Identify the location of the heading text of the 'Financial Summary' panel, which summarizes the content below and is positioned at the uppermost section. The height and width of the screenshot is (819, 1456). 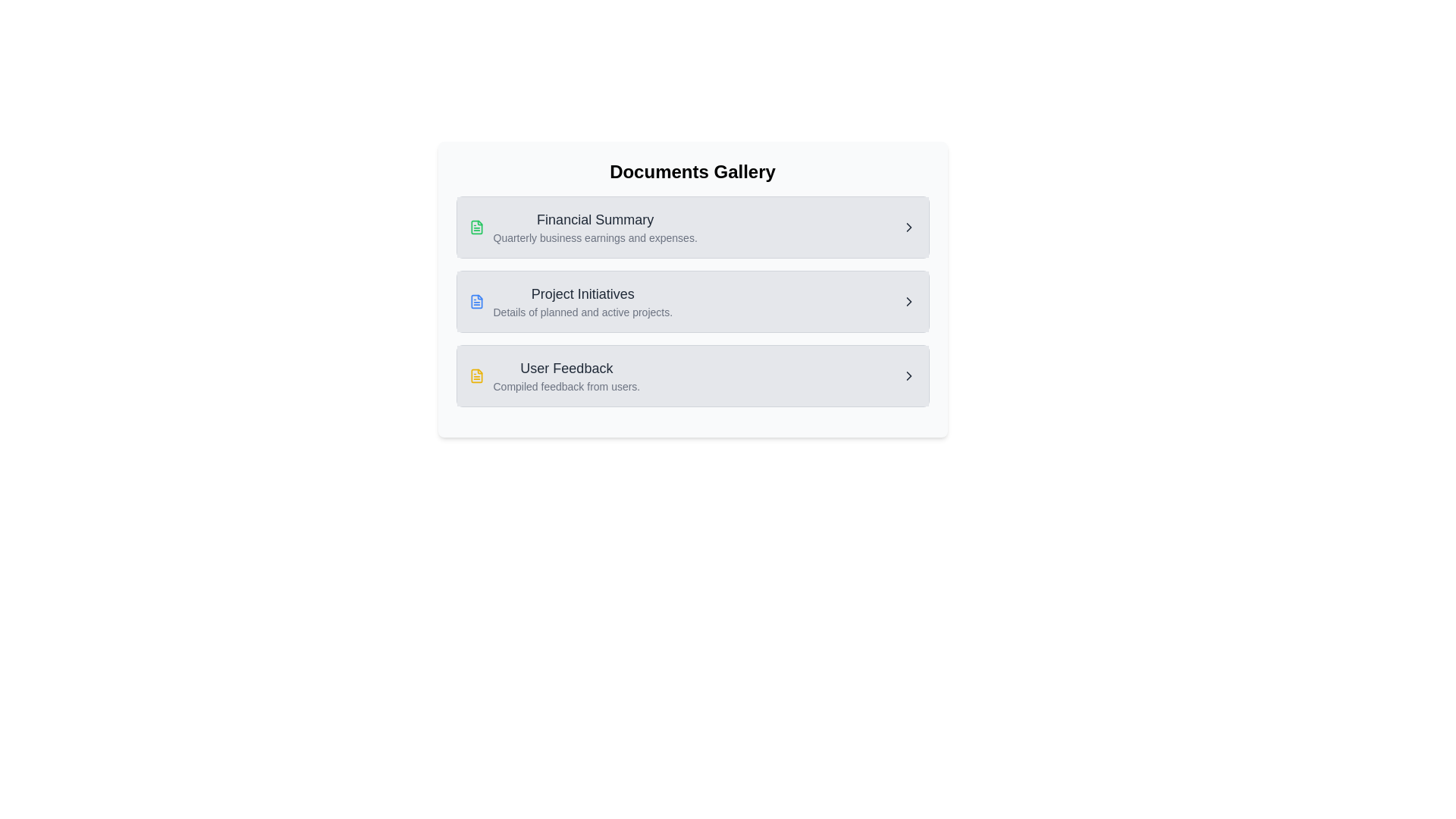
(595, 219).